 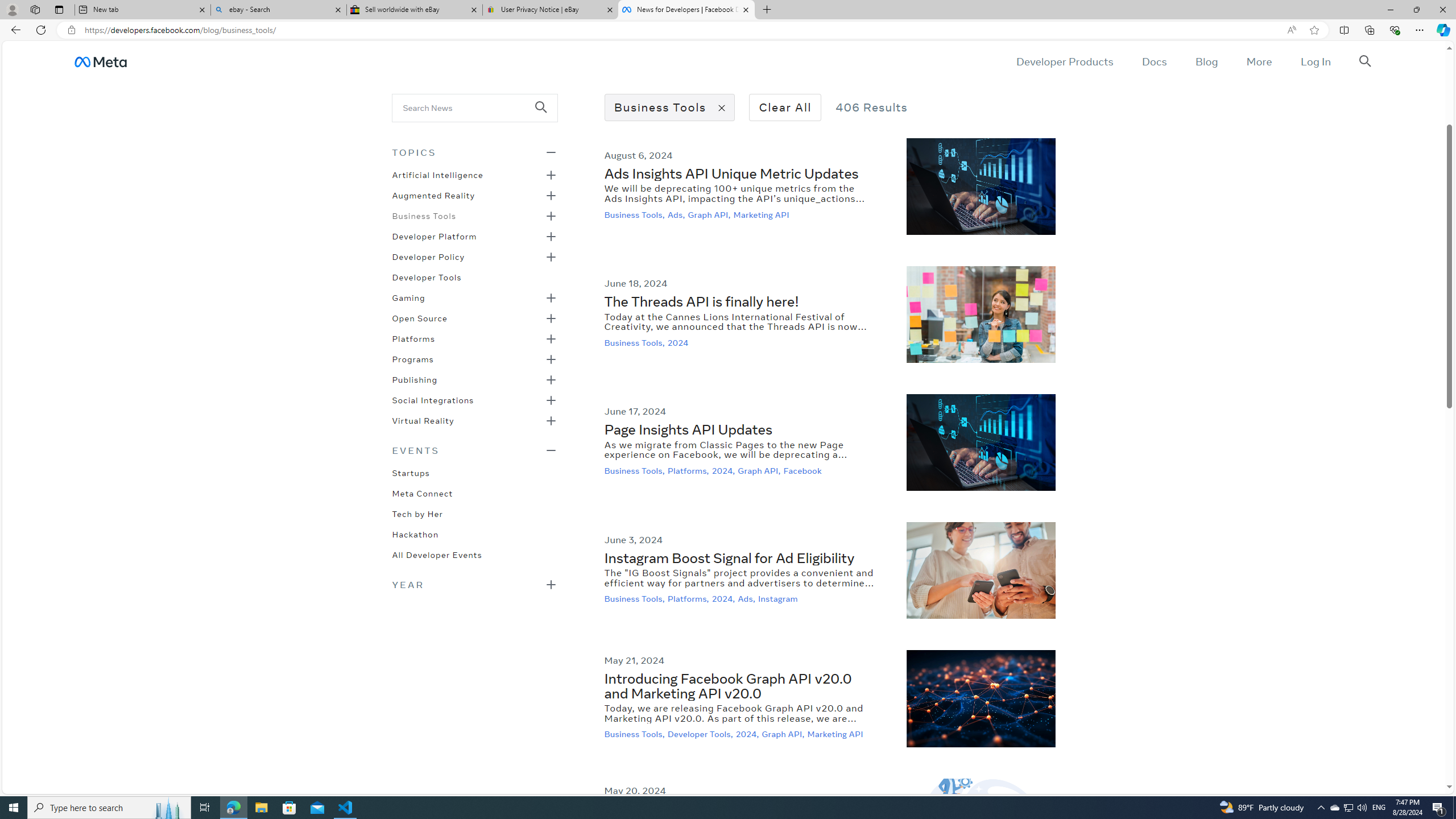 I want to click on 'Developer Tools,', so click(x=700, y=734).